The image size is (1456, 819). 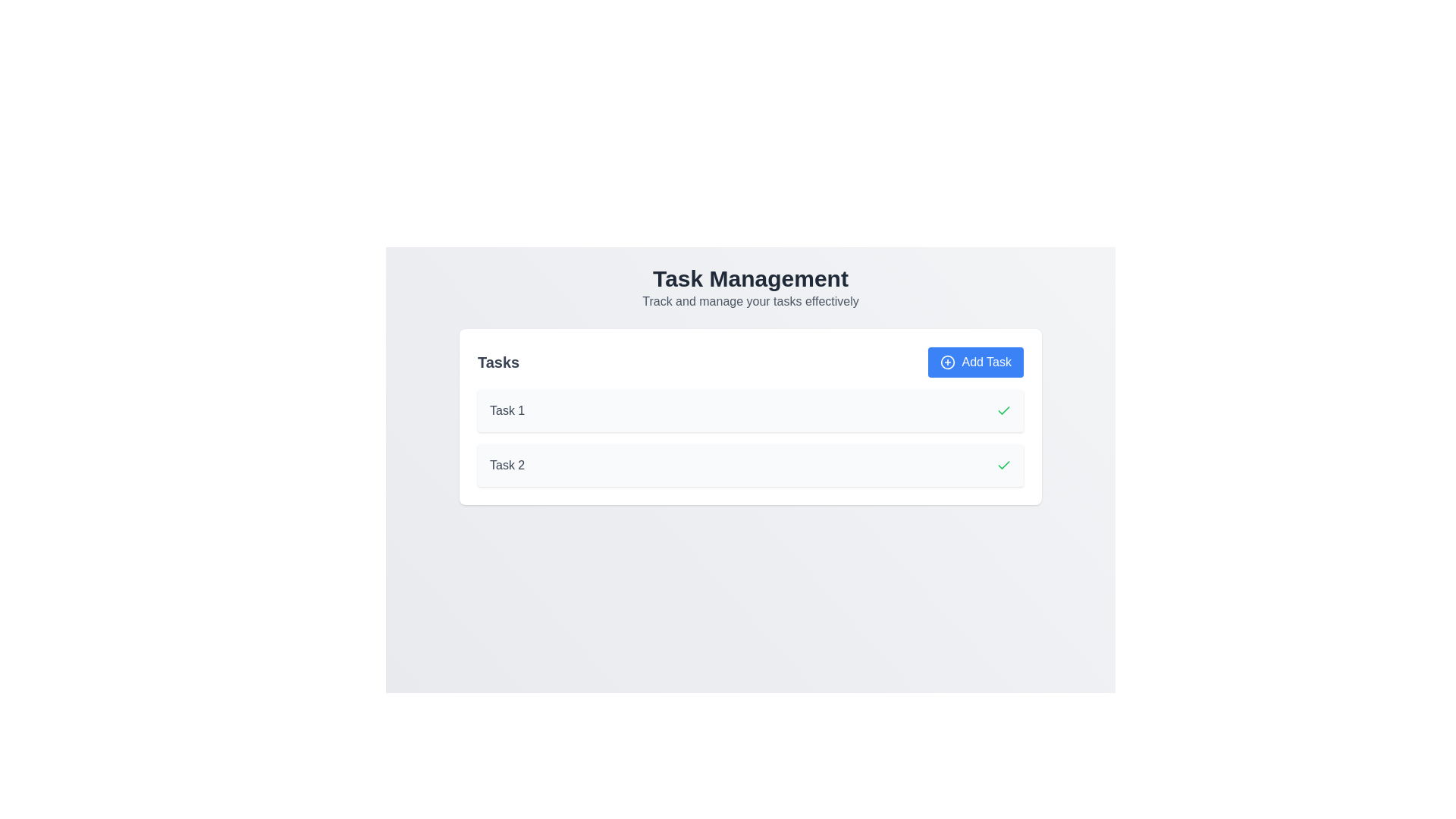 I want to click on the 'Tasks' text label, which is styled in bold uppercase letters and displayed in a grayish tone, so click(x=498, y=362).